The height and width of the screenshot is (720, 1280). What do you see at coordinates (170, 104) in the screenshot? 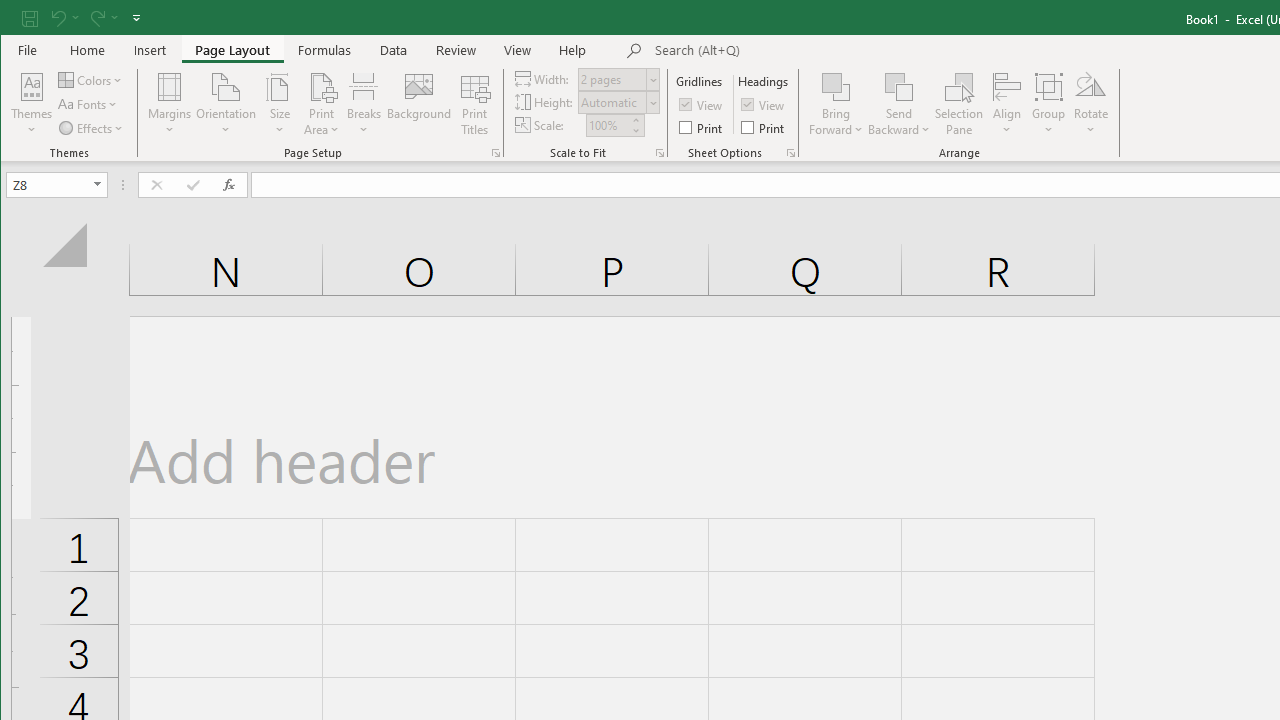
I see `'Margins'` at bounding box center [170, 104].